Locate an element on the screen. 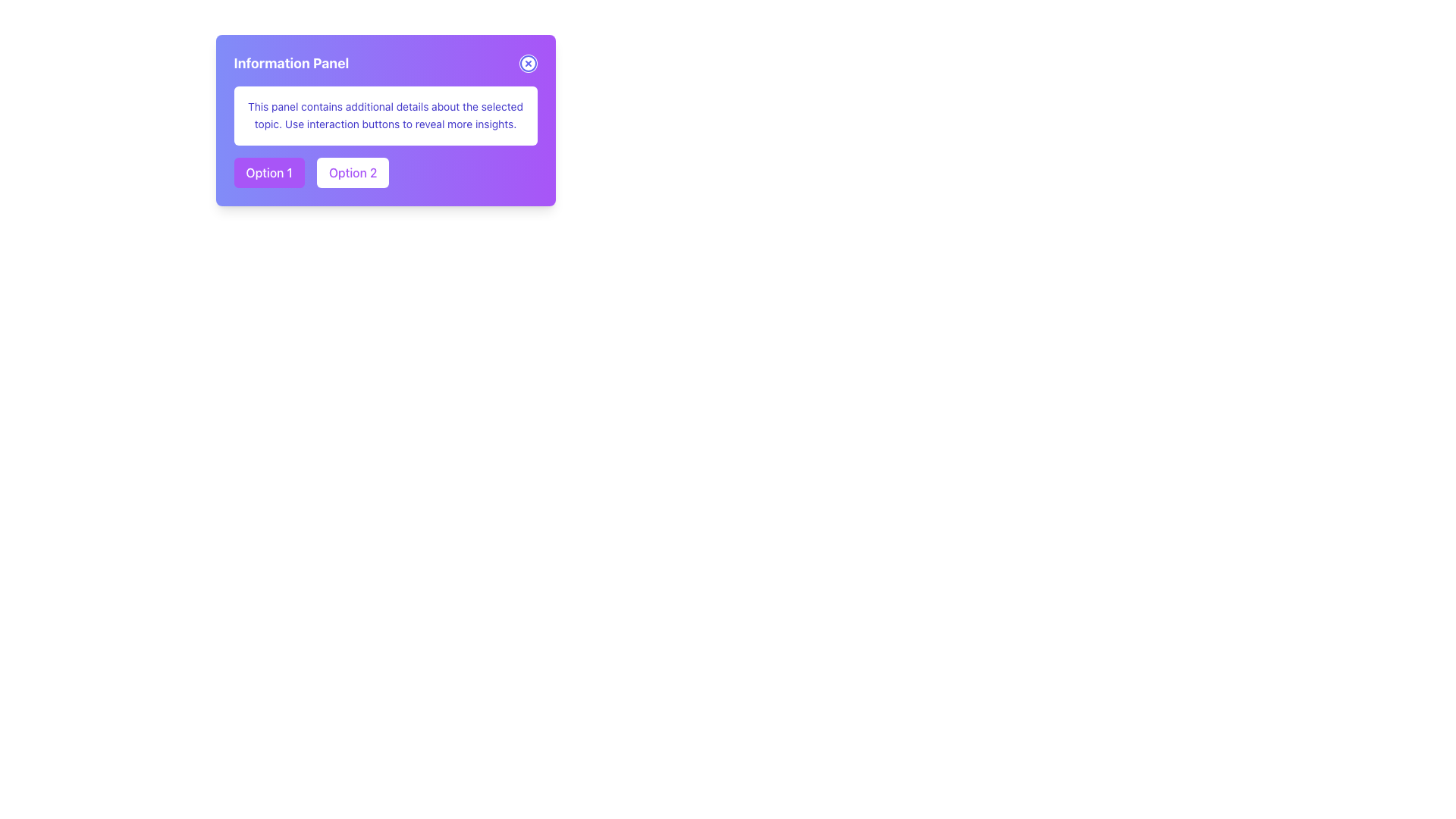 This screenshot has width=1456, height=819. the close button located in the upper-right corner of the Information Panel is located at coordinates (528, 63).